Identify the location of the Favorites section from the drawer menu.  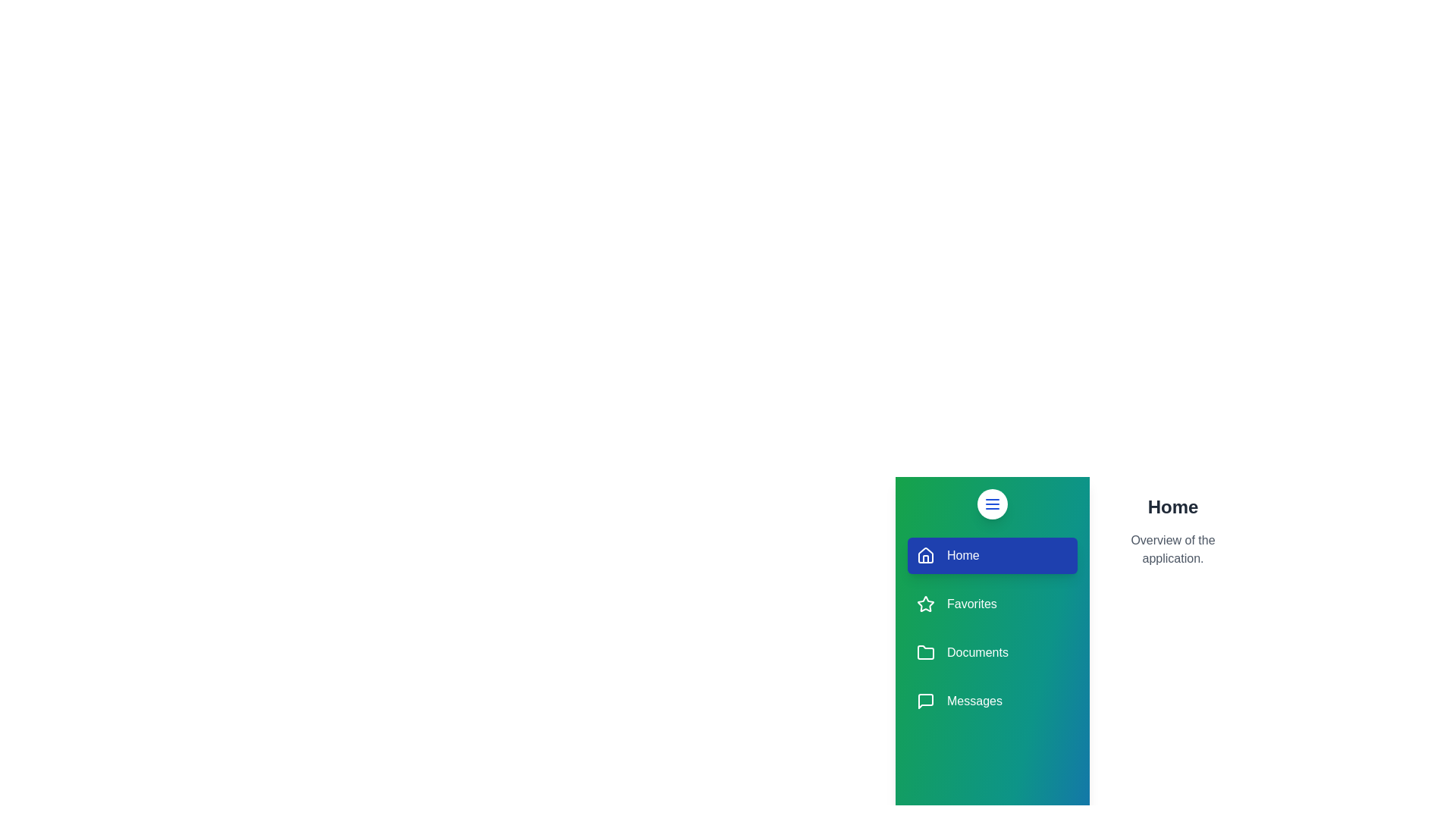
(993, 604).